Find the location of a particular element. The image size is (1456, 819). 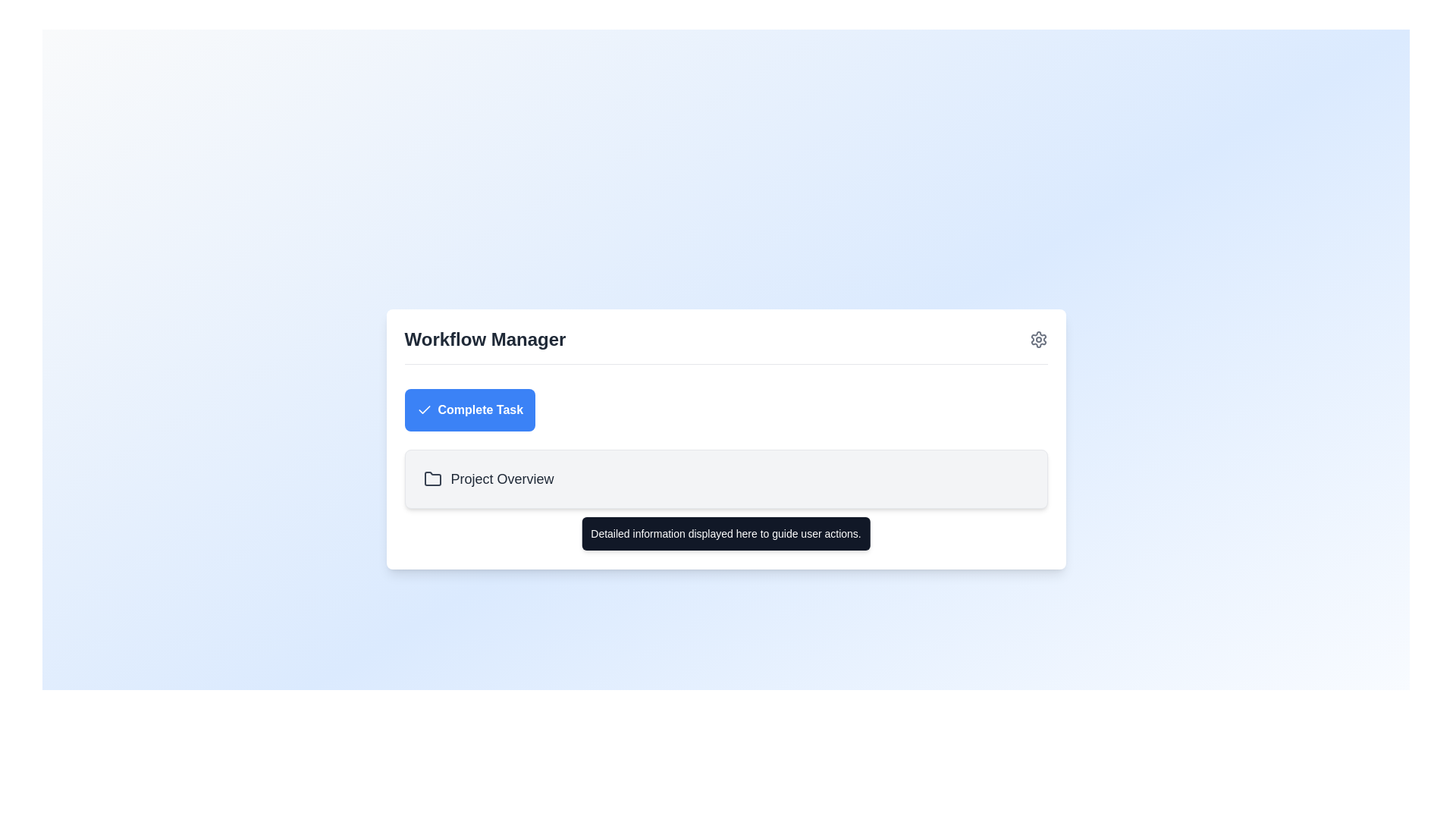

the label or text element located below the blue 'Complete Task' button, adjacent to a small folder icon, which provides context or description for the user is located at coordinates (502, 479).